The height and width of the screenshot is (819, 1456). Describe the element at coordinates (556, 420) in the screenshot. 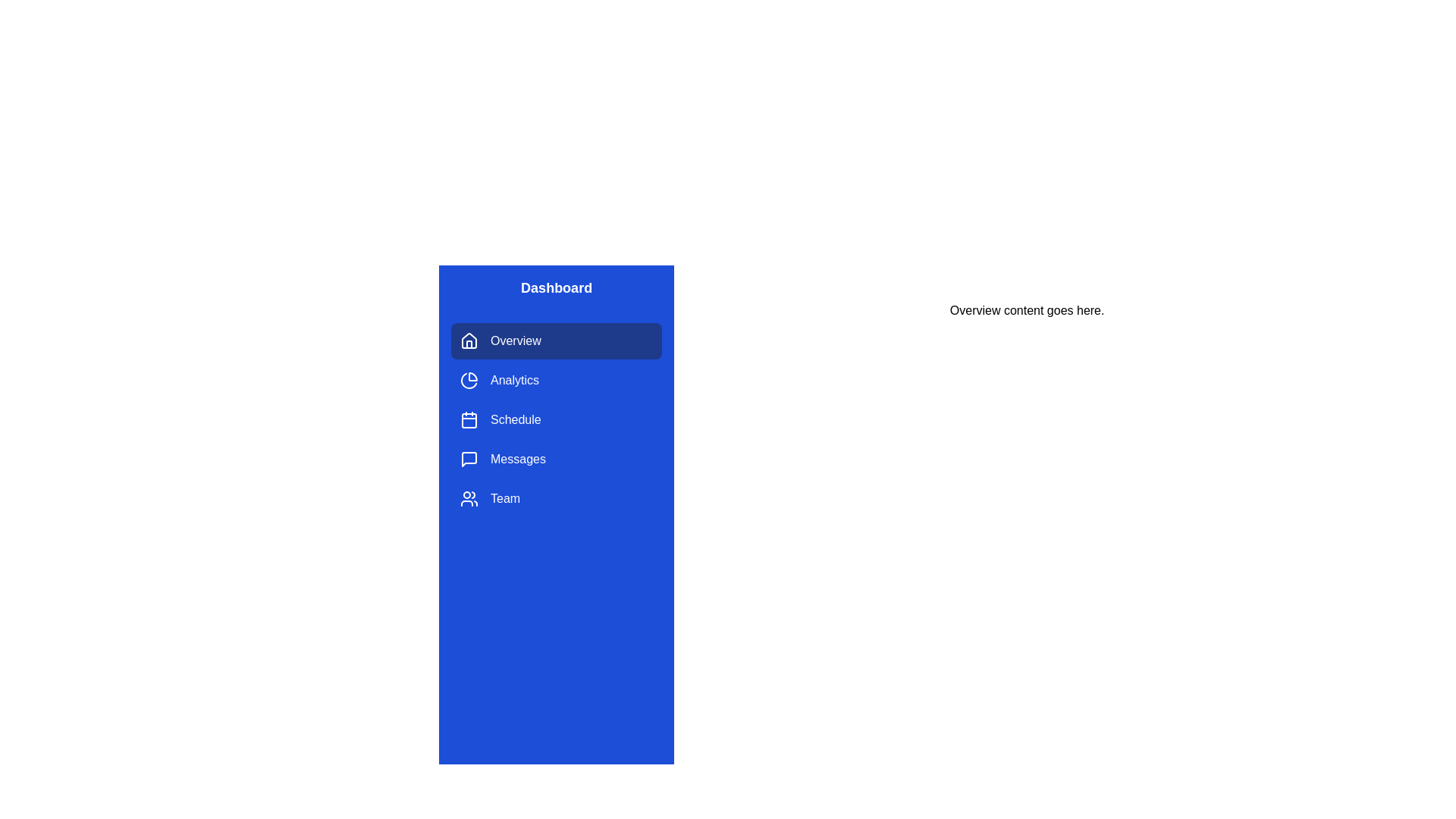

I see `the 'Overview' item in the vertical navigation menu` at that location.